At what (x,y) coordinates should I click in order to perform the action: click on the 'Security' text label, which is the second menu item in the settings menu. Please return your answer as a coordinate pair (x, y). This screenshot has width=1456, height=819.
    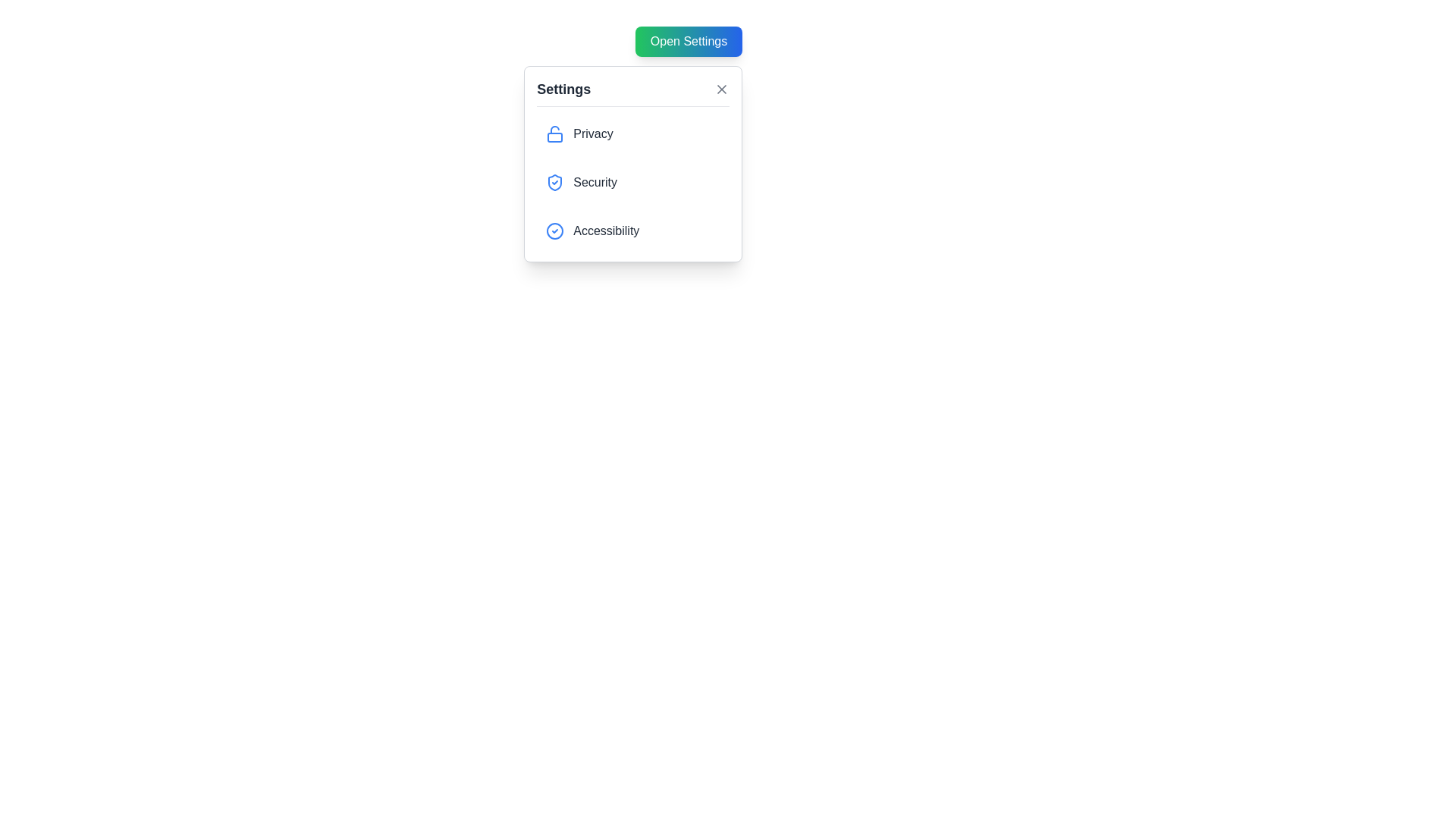
    Looking at the image, I should click on (595, 181).